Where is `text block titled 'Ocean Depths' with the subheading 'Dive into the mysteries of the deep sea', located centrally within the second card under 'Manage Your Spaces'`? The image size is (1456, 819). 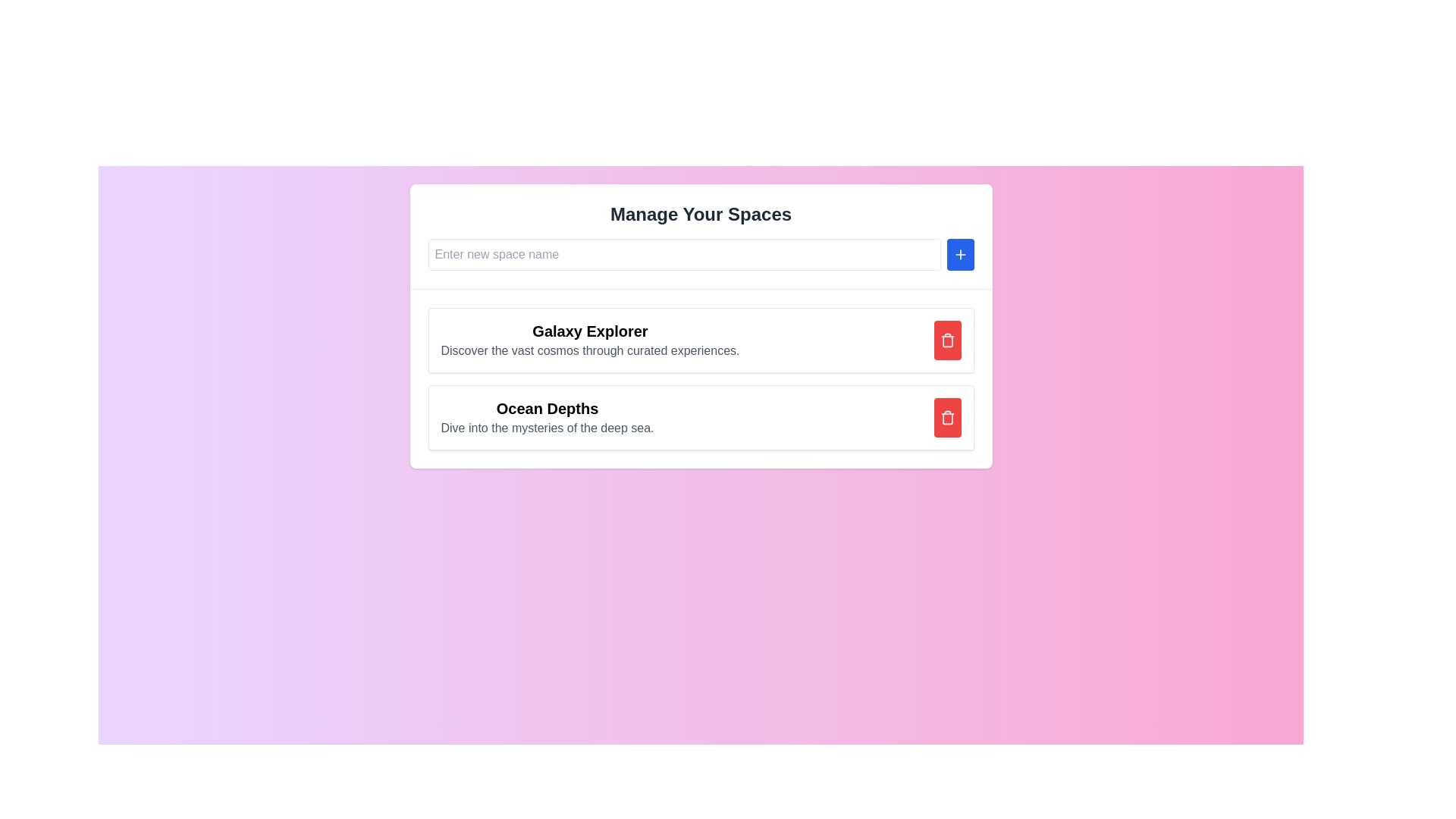 text block titled 'Ocean Depths' with the subheading 'Dive into the mysteries of the deep sea', located centrally within the second card under 'Manage Your Spaces' is located at coordinates (547, 418).